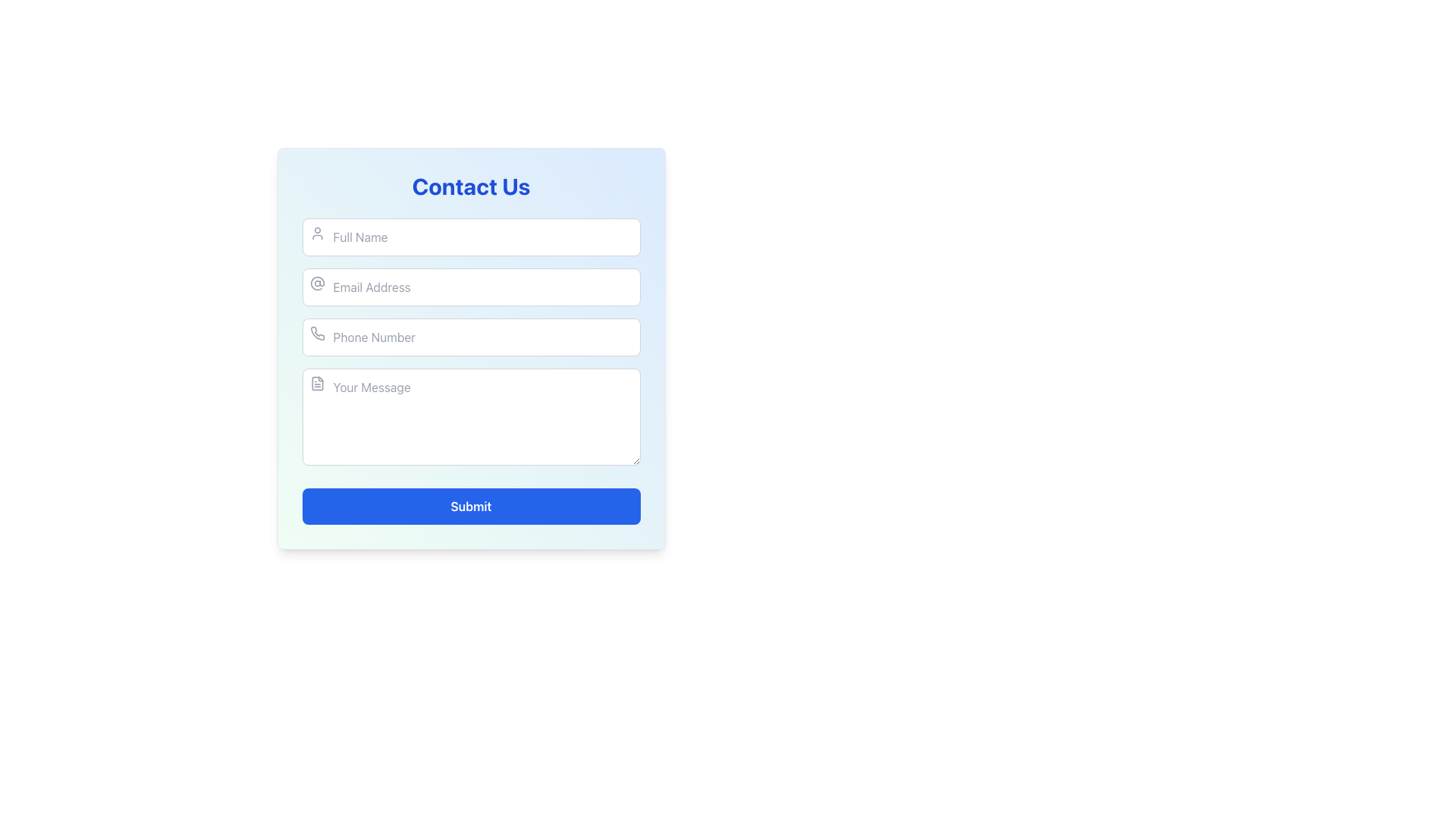  What do you see at coordinates (470, 348) in the screenshot?
I see `the third input field for phone number in the 'Contact Us' form` at bounding box center [470, 348].